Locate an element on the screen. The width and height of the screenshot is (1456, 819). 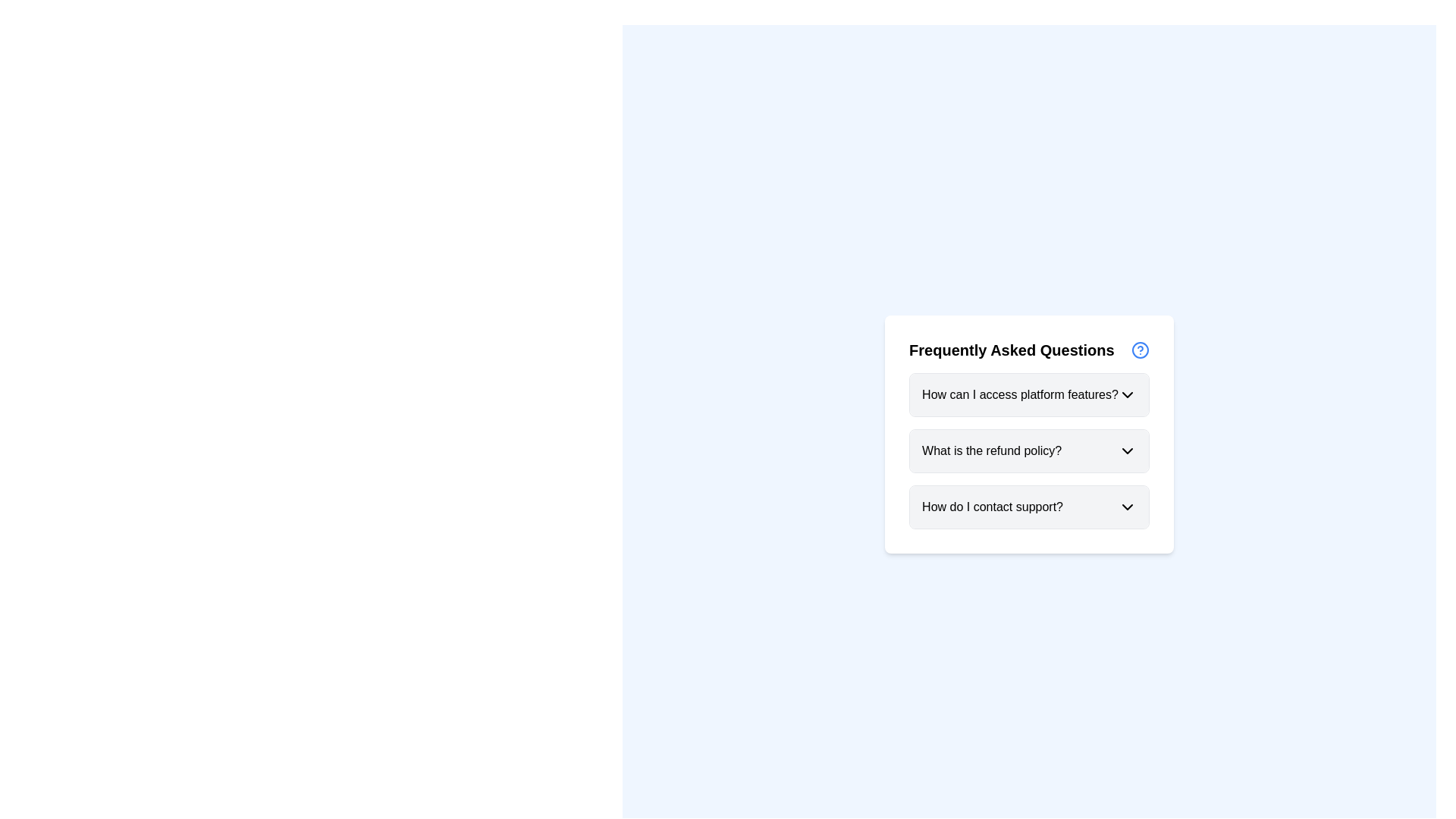
the second collapsible list item in the FAQ section is located at coordinates (1029, 450).